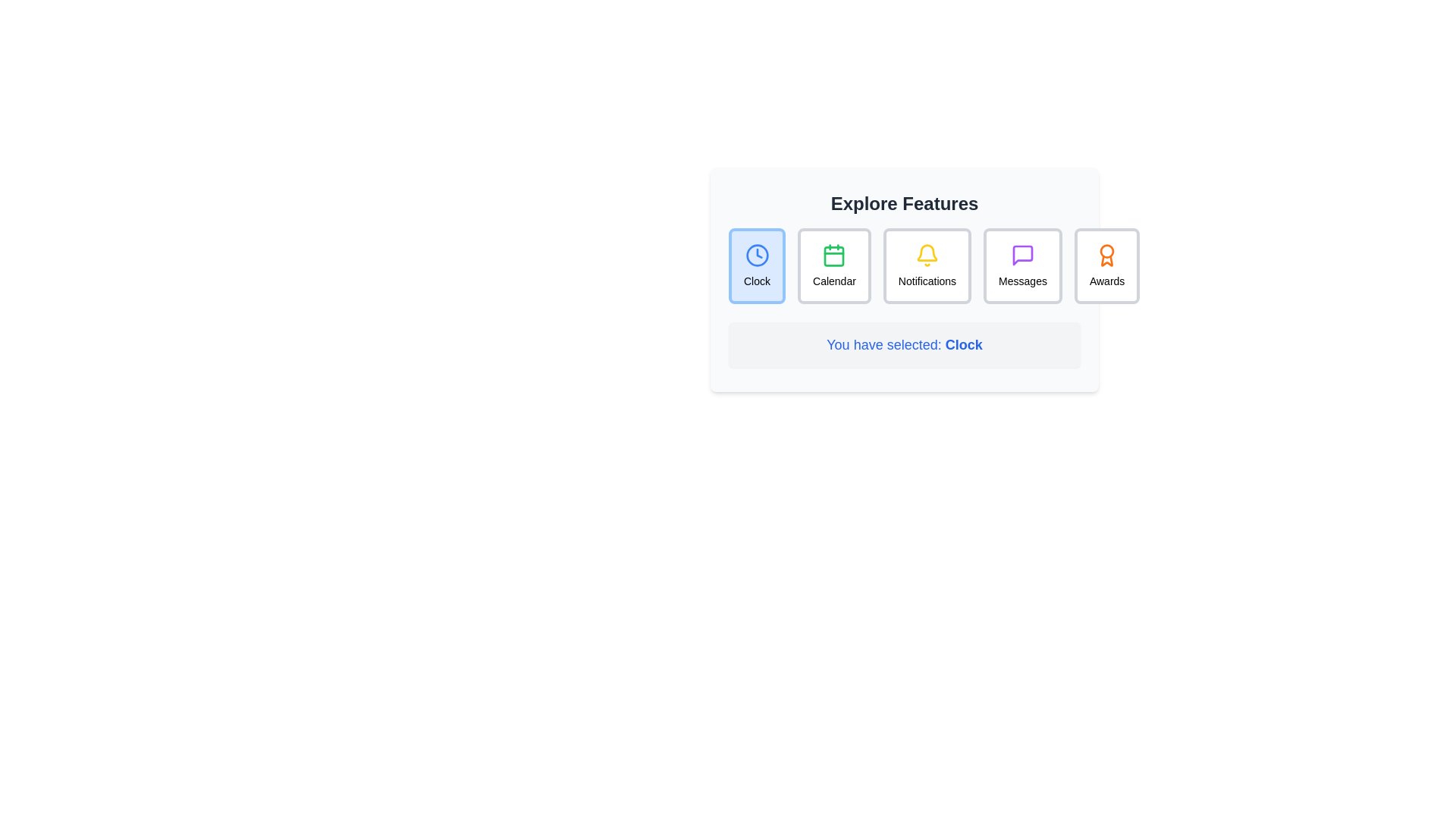 The image size is (1456, 819). I want to click on the Informative label displaying 'Clock', which indicates the currently selected feature and is located in the feature selection section, centered horizontally beneath the feature icons, so click(905, 345).